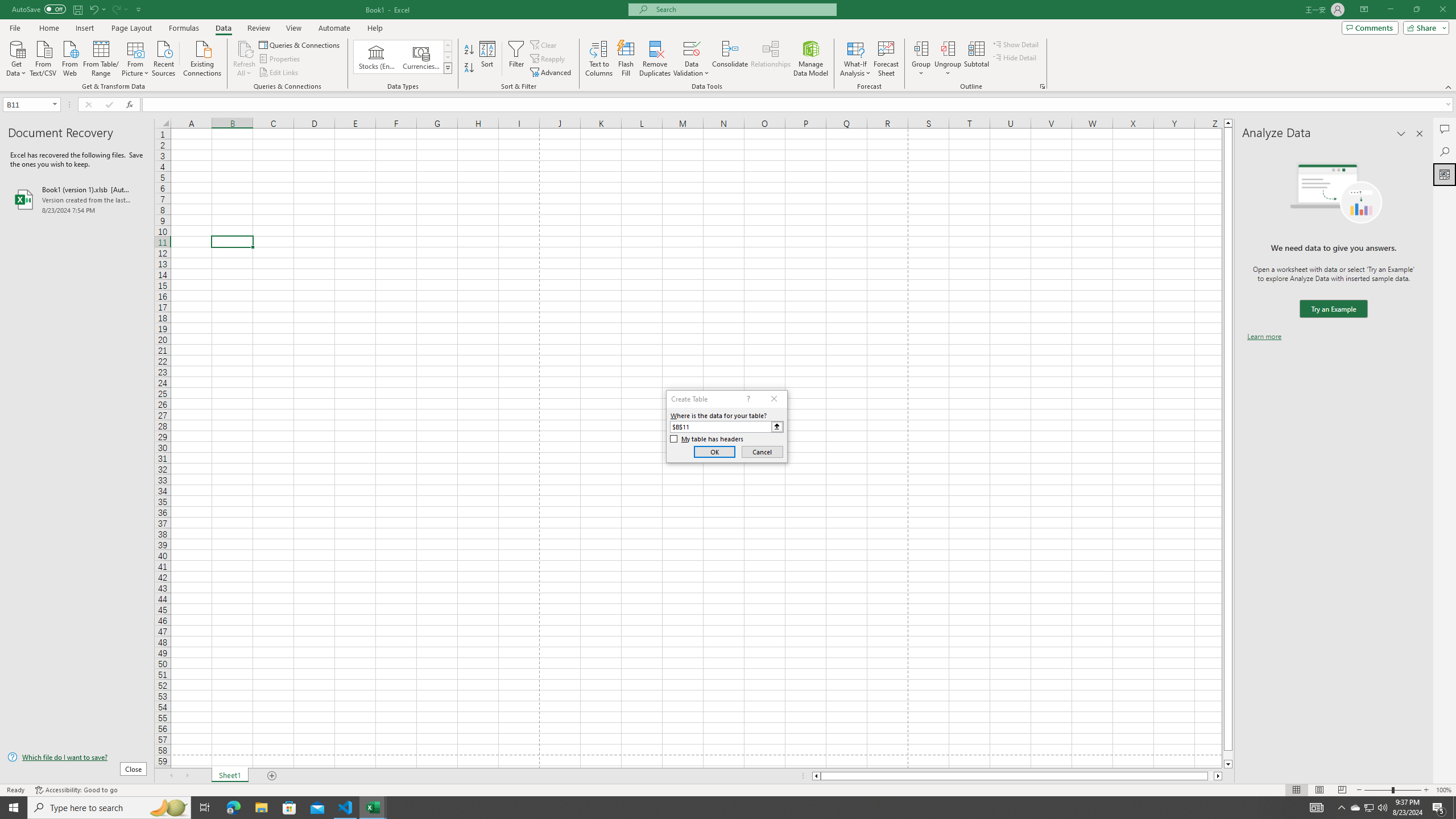 The width and height of the screenshot is (1456, 819). What do you see at coordinates (948, 59) in the screenshot?
I see `'Ungroup...'` at bounding box center [948, 59].